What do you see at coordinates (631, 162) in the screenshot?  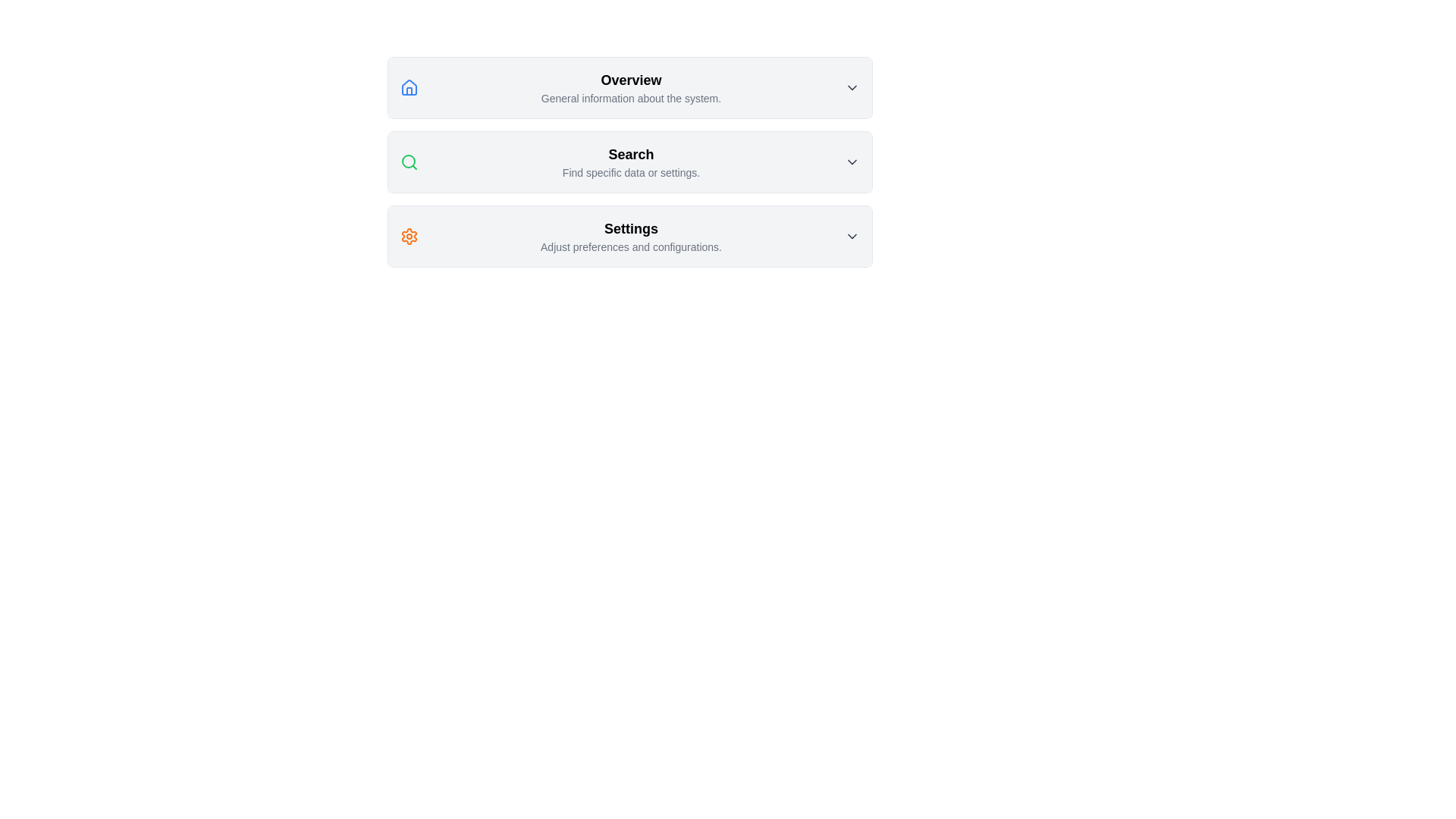 I see `the 'Search' text display element, which features a bold title and descriptive text, located between 'Overview' and 'Settings'` at bounding box center [631, 162].